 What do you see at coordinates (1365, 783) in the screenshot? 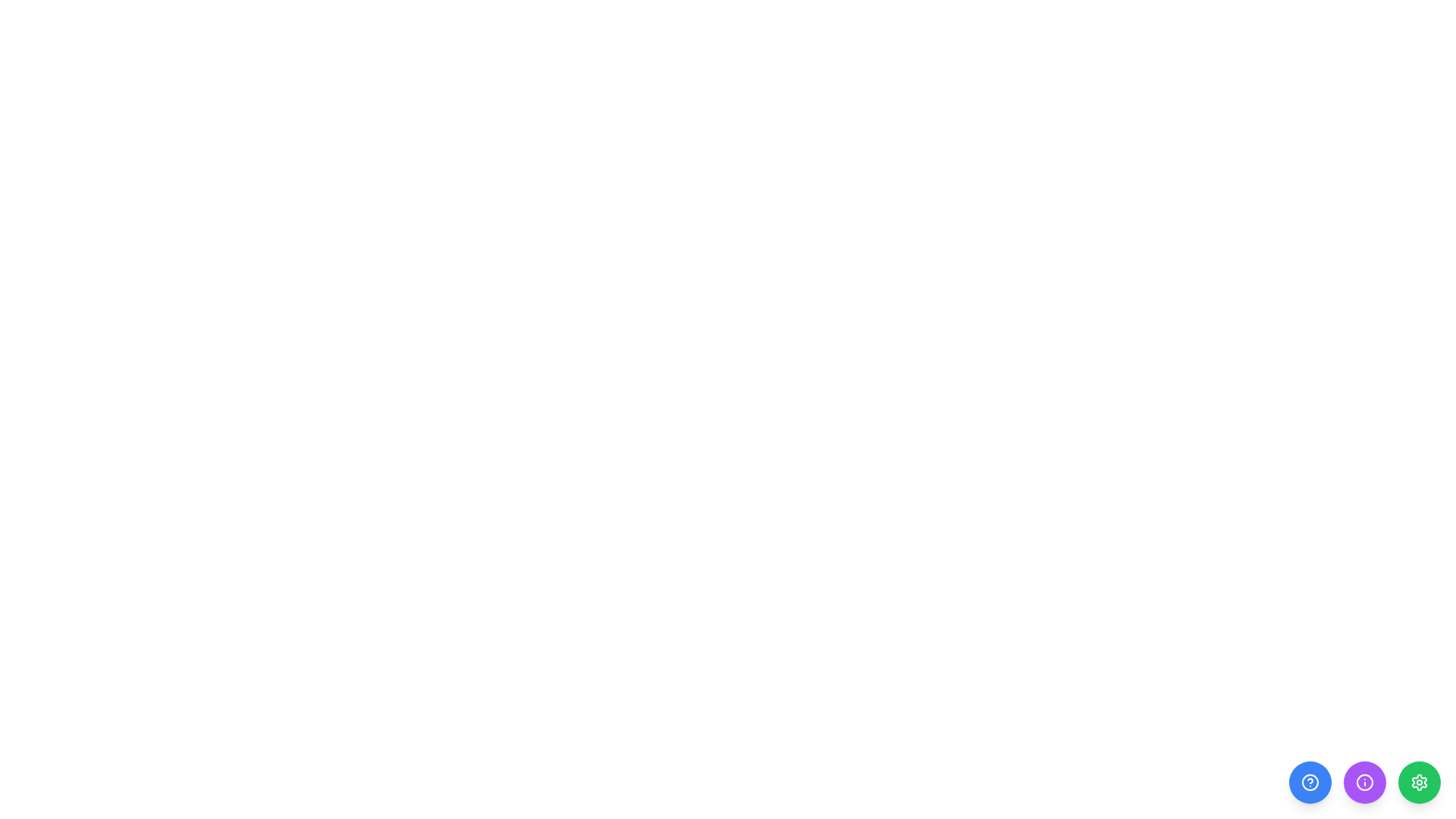
I see `the purple circular icon button with an 'info' symbol to observe its hover effects` at bounding box center [1365, 783].